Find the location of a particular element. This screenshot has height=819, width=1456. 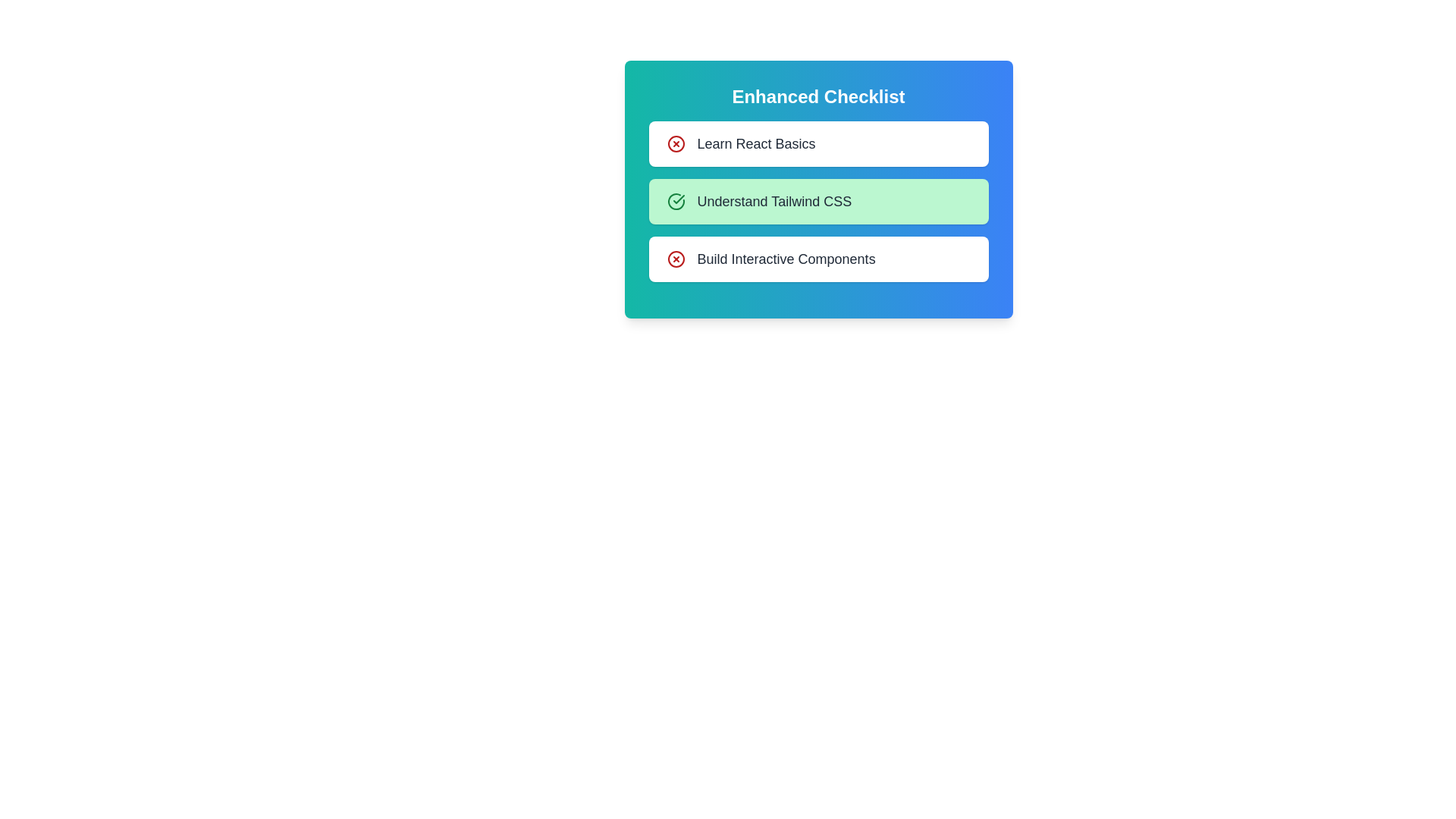

the checklist item corresponding to Understand Tailwind CSS is located at coordinates (675, 201).